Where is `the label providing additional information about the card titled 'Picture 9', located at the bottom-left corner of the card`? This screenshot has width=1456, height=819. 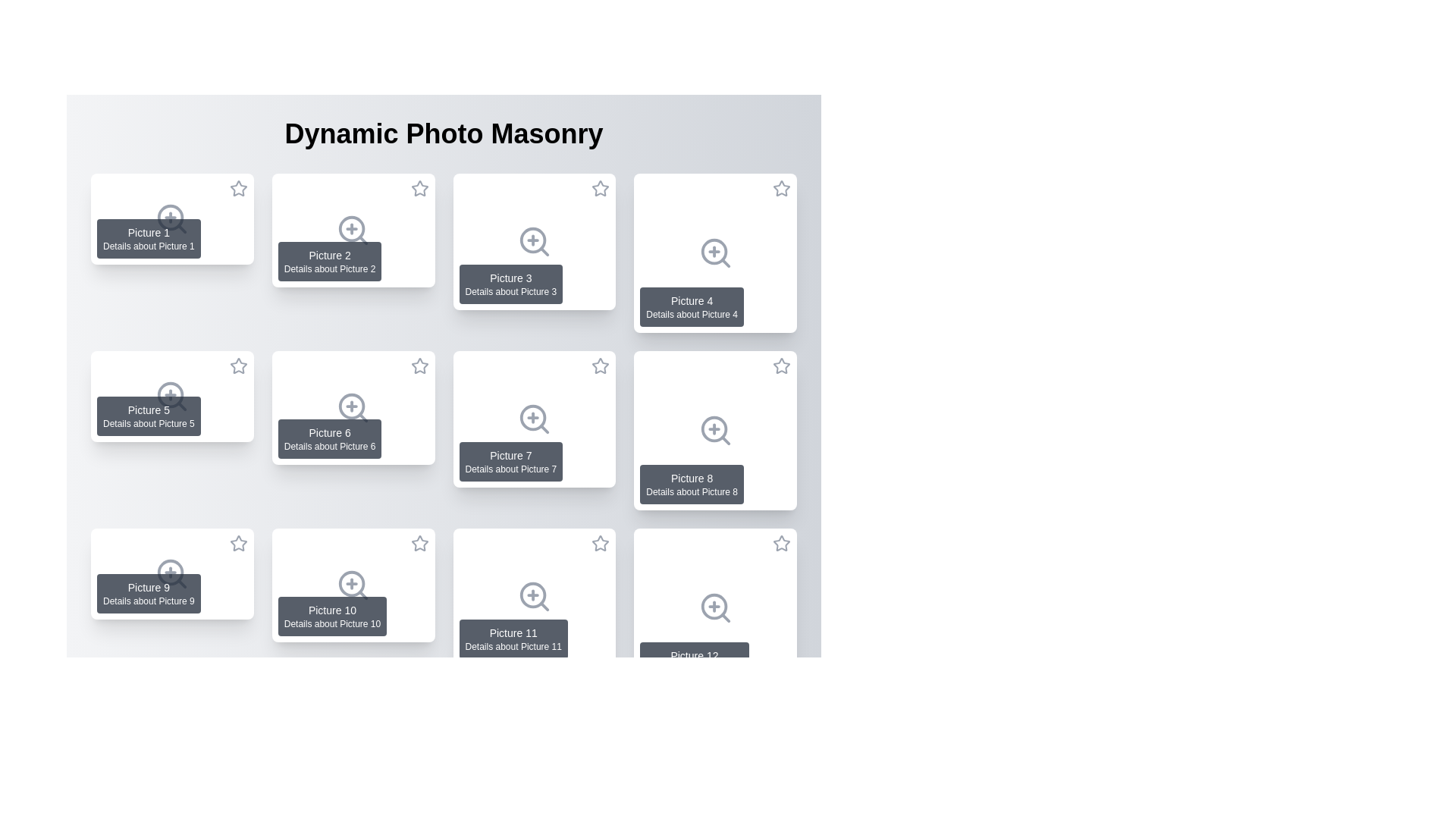
the label providing additional information about the card titled 'Picture 9', located at the bottom-left corner of the card is located at coordinates (149, 601).